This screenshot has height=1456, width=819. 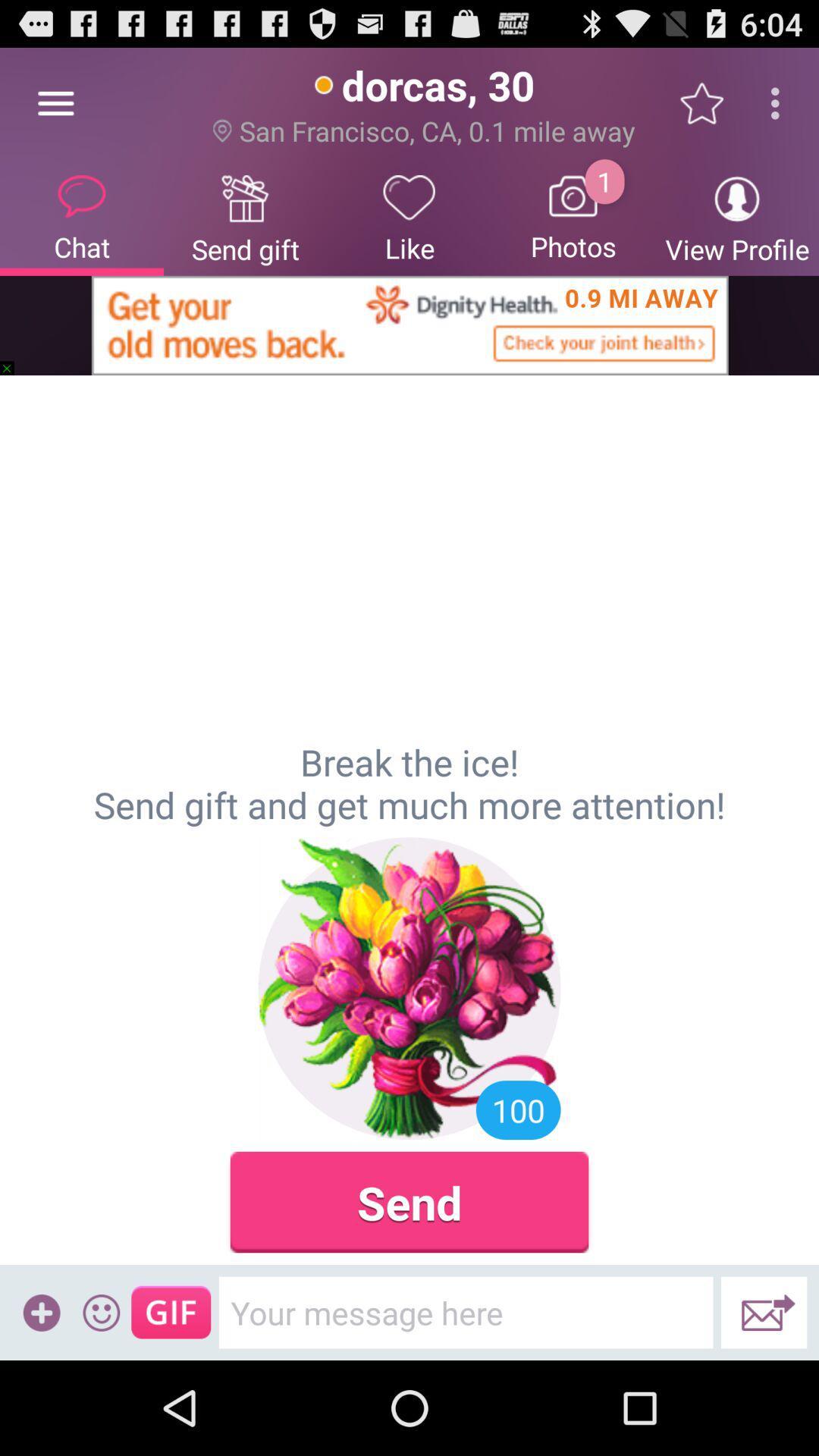 I want to click on chat, so click(x=82, y=216).